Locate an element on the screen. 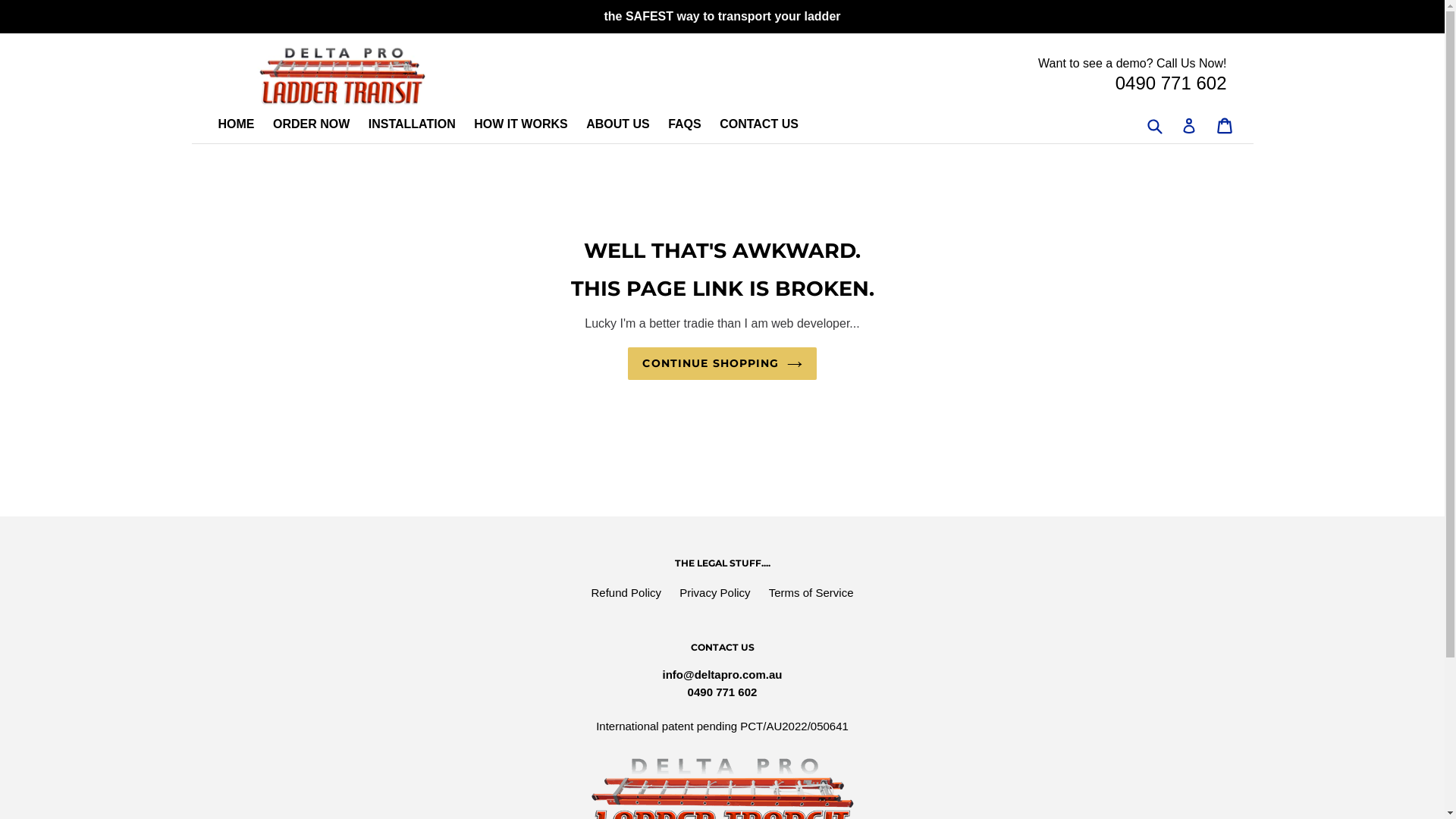 The width and height of the screenshot is (1456, 819). 'Refund Policy' is located at coordinates (626, 591).